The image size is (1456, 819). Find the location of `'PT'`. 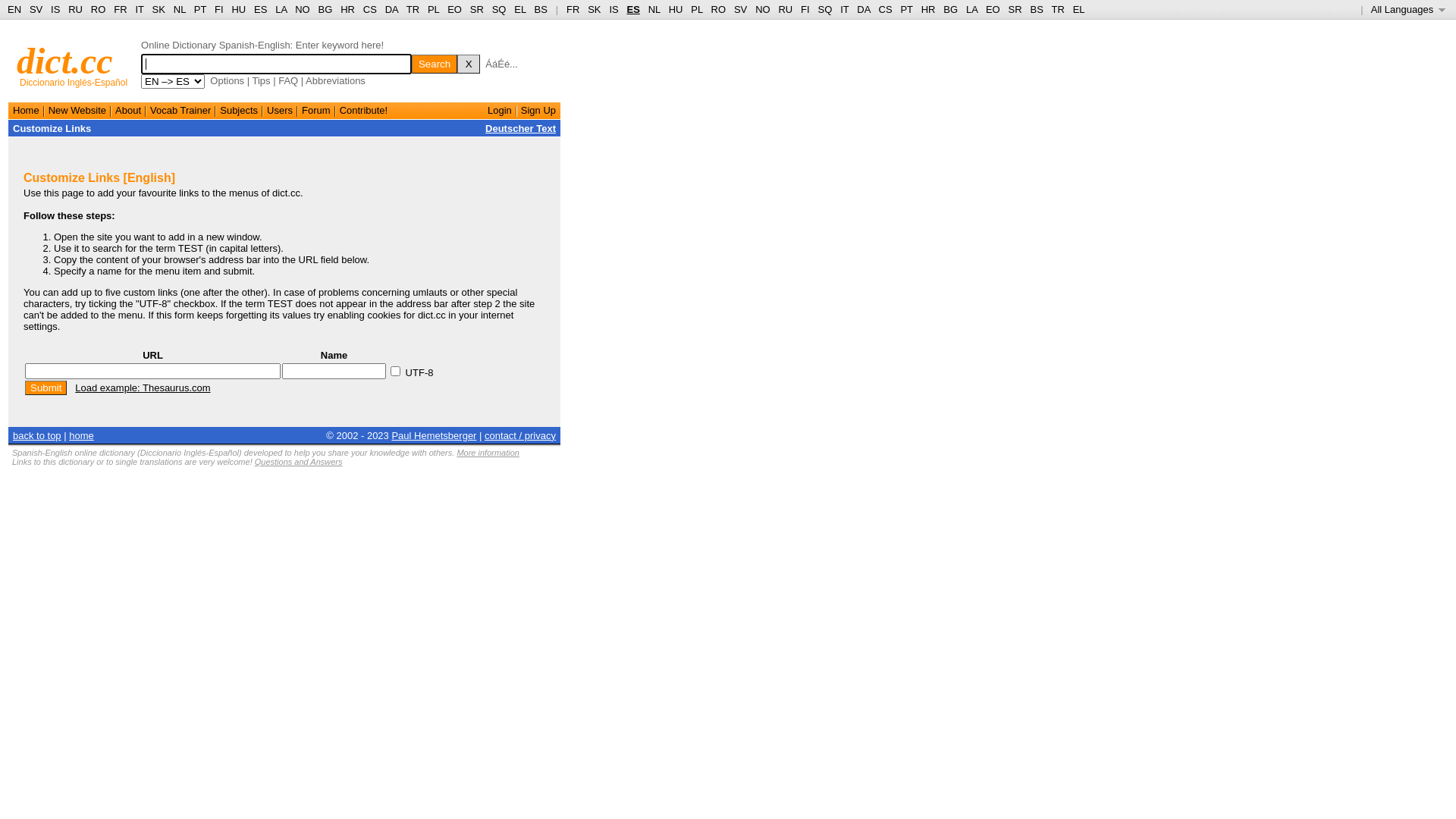

'PT' is located at coordinates (899, 9).